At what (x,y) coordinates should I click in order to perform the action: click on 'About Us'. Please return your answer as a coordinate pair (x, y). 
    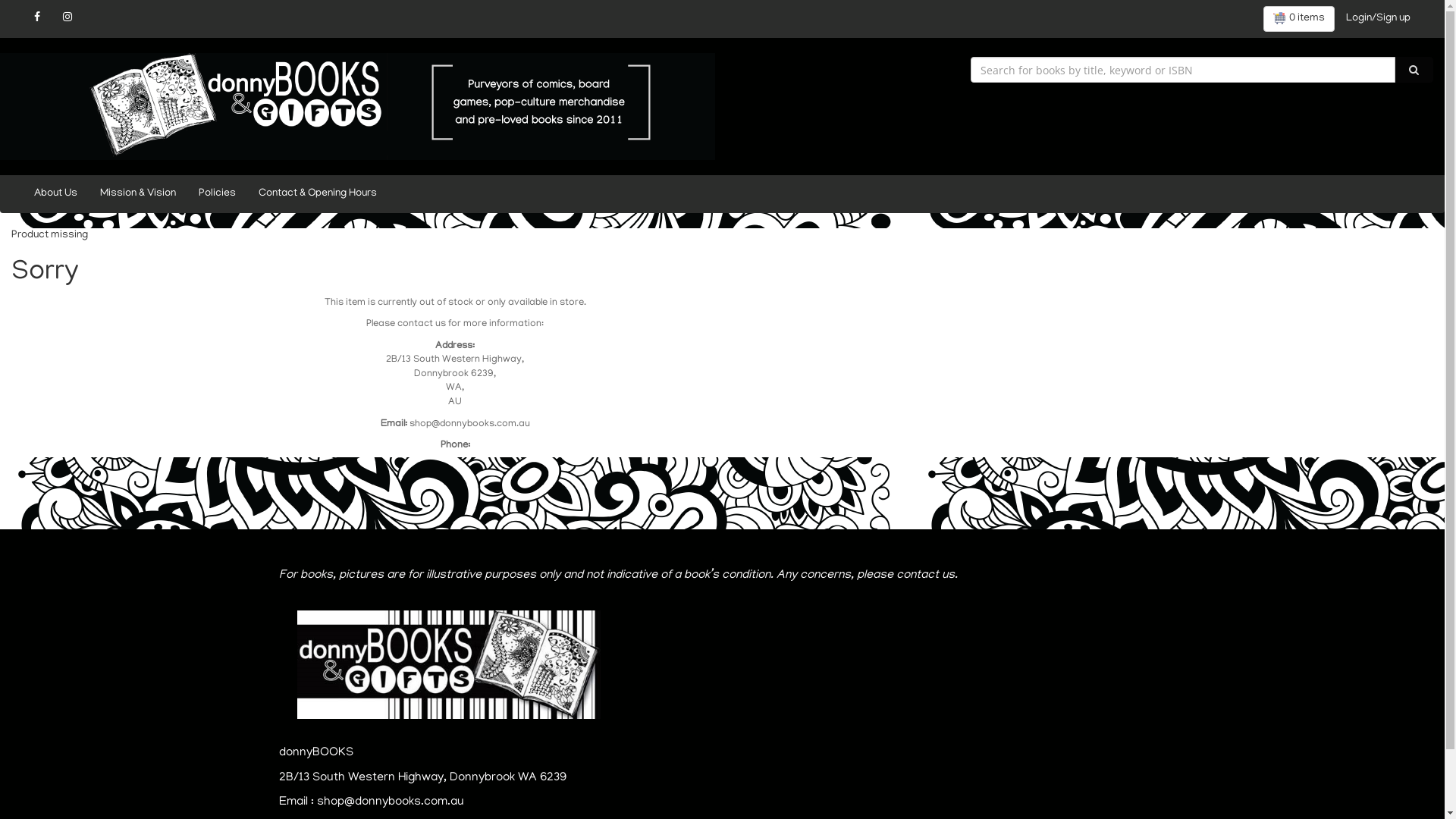
    Looking at the image, I should click on (55, 193).